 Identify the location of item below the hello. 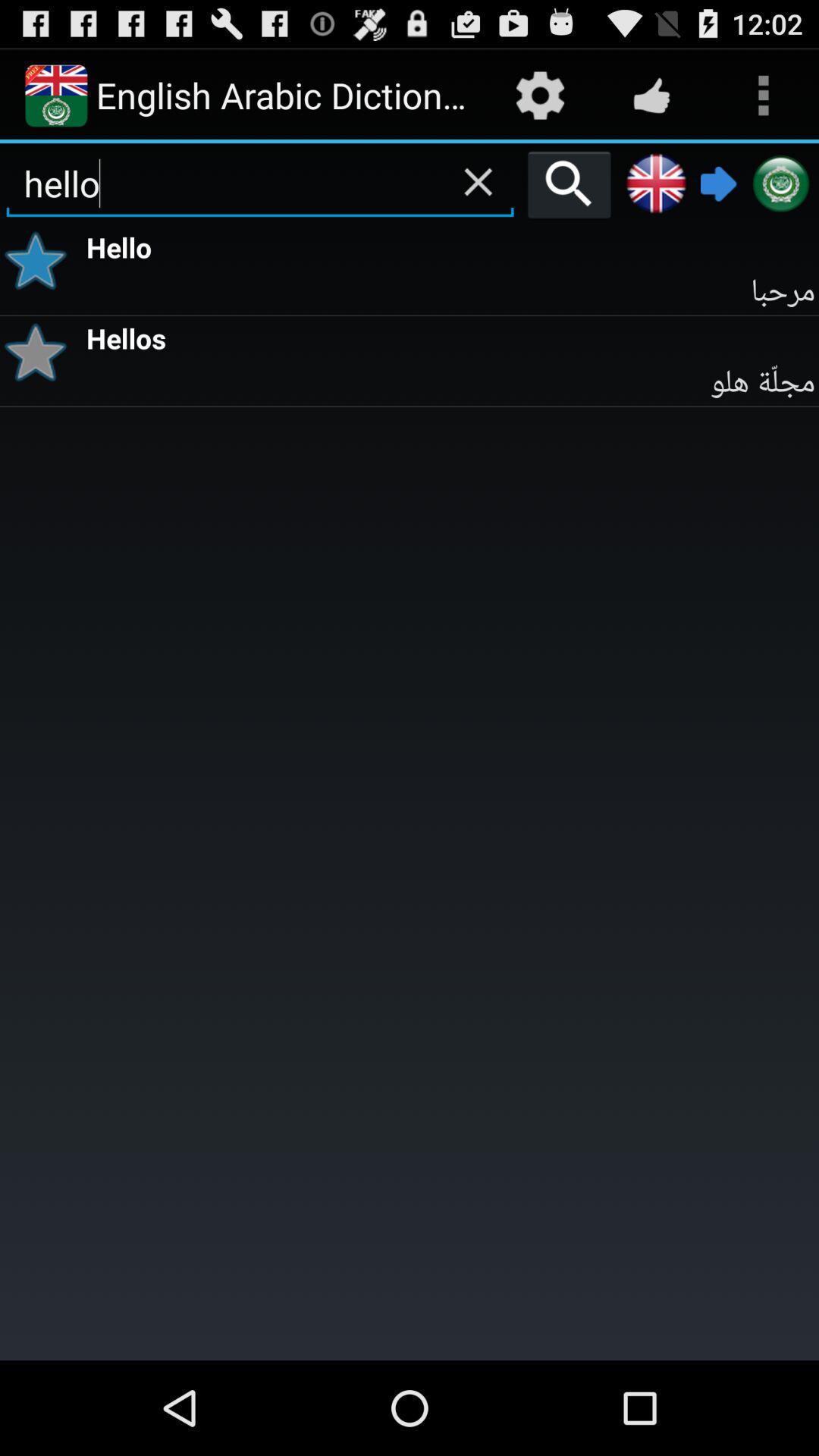
(40, 261).